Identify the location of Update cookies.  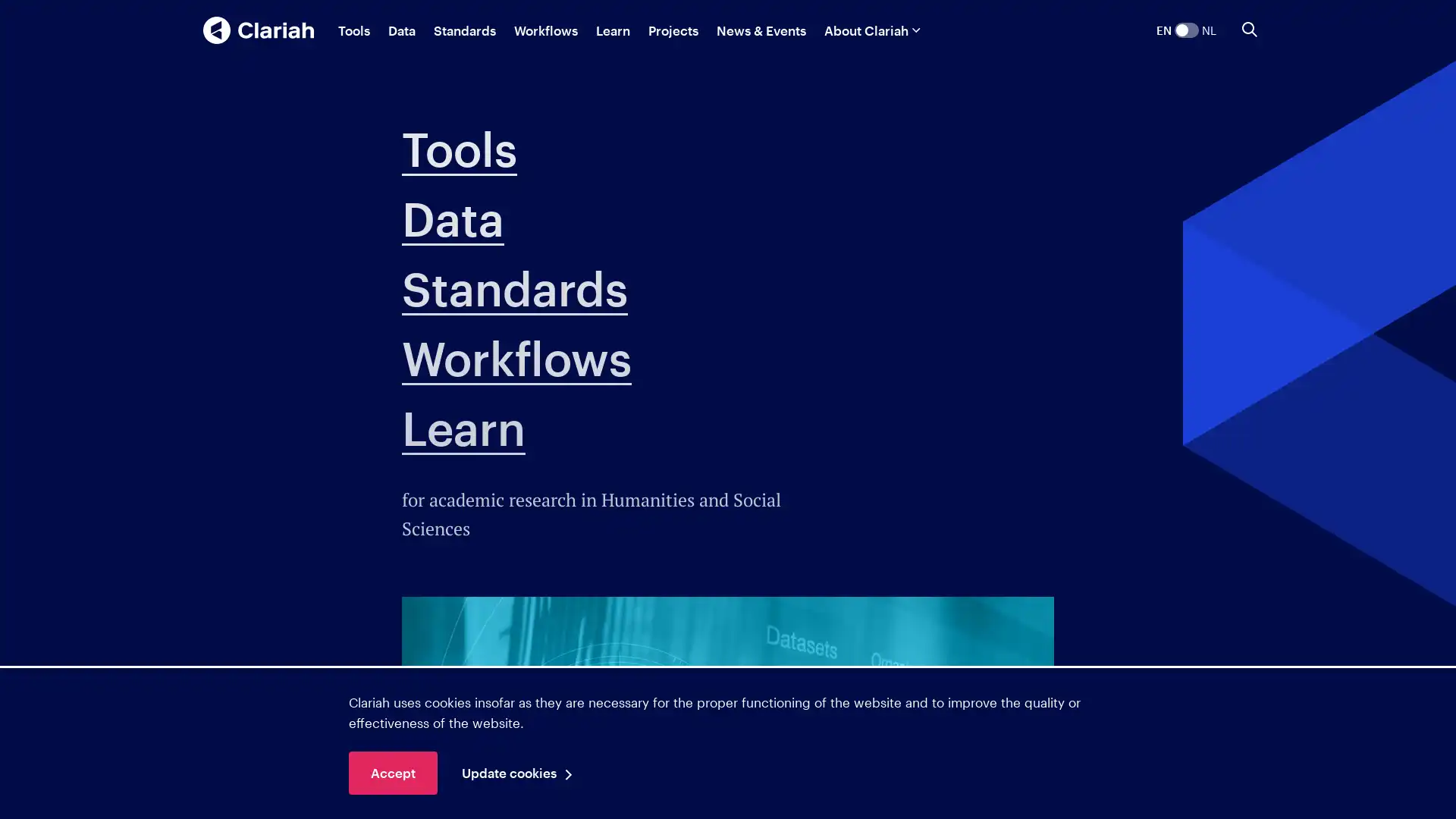
(521, 773).